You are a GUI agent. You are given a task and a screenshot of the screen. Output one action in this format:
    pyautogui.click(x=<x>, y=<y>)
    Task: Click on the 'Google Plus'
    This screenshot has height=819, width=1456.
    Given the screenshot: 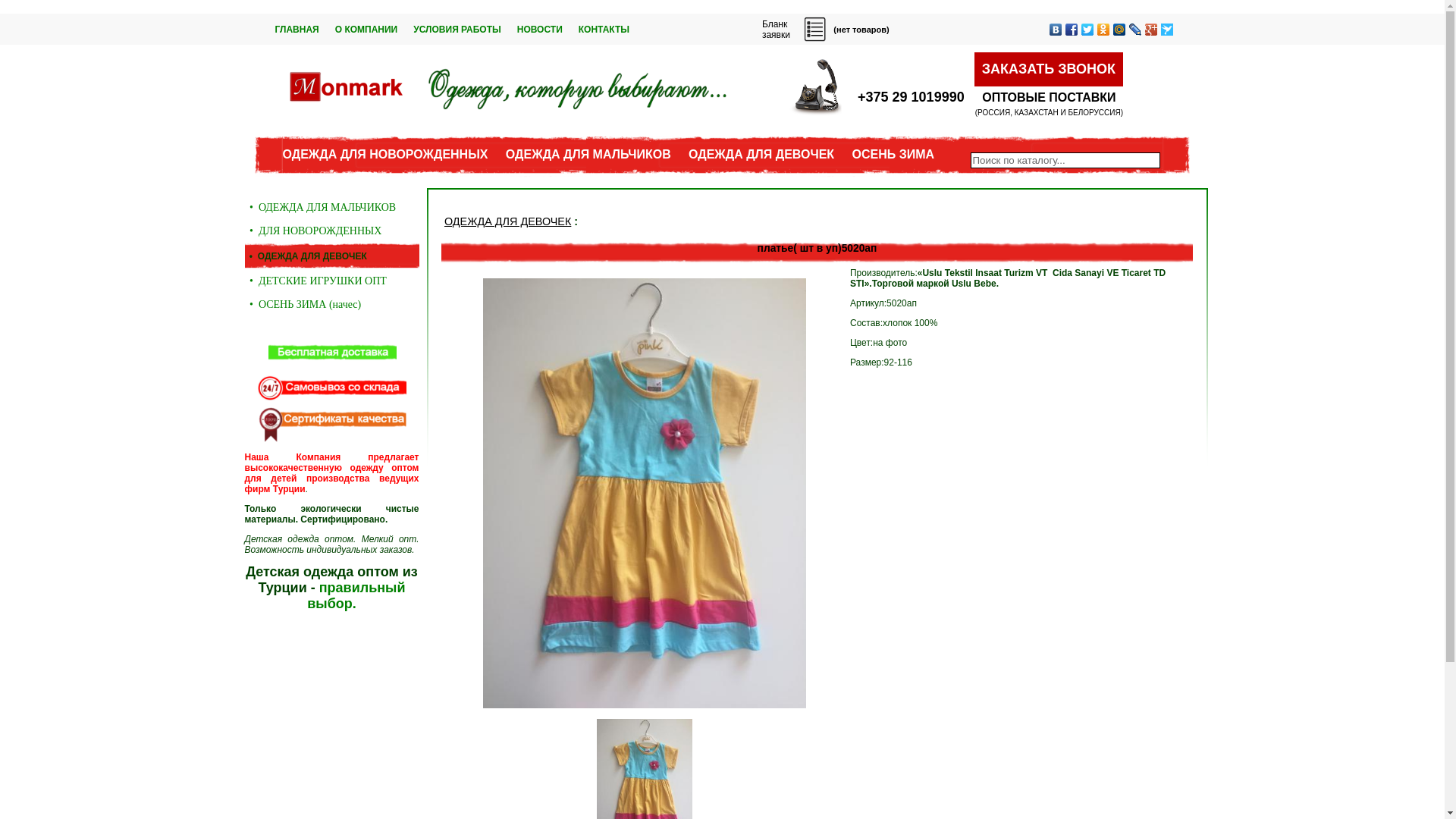 What is the action you would take?
    pyautogui.click(x=1151, y=29)
    